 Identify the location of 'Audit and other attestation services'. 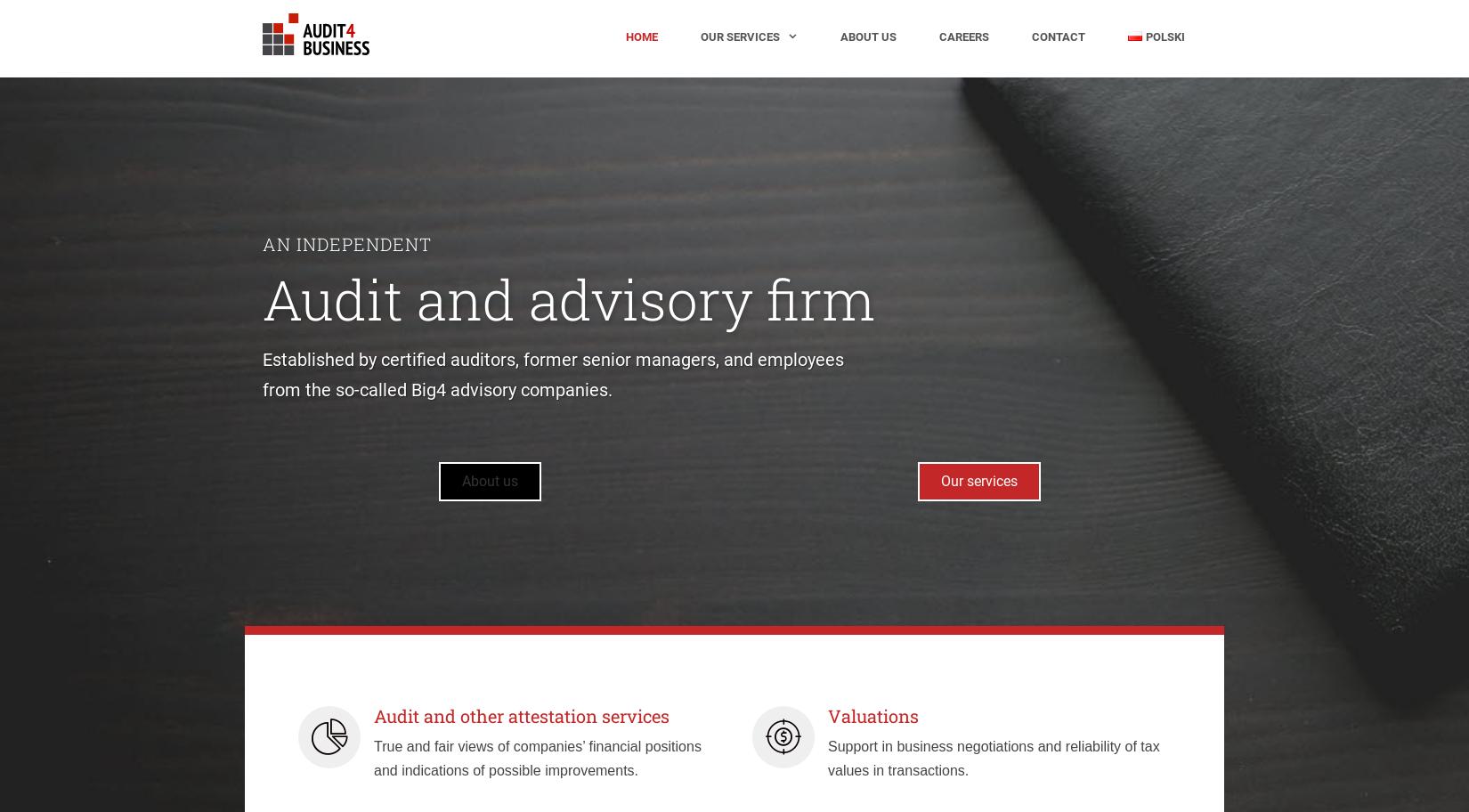
(372, 715).